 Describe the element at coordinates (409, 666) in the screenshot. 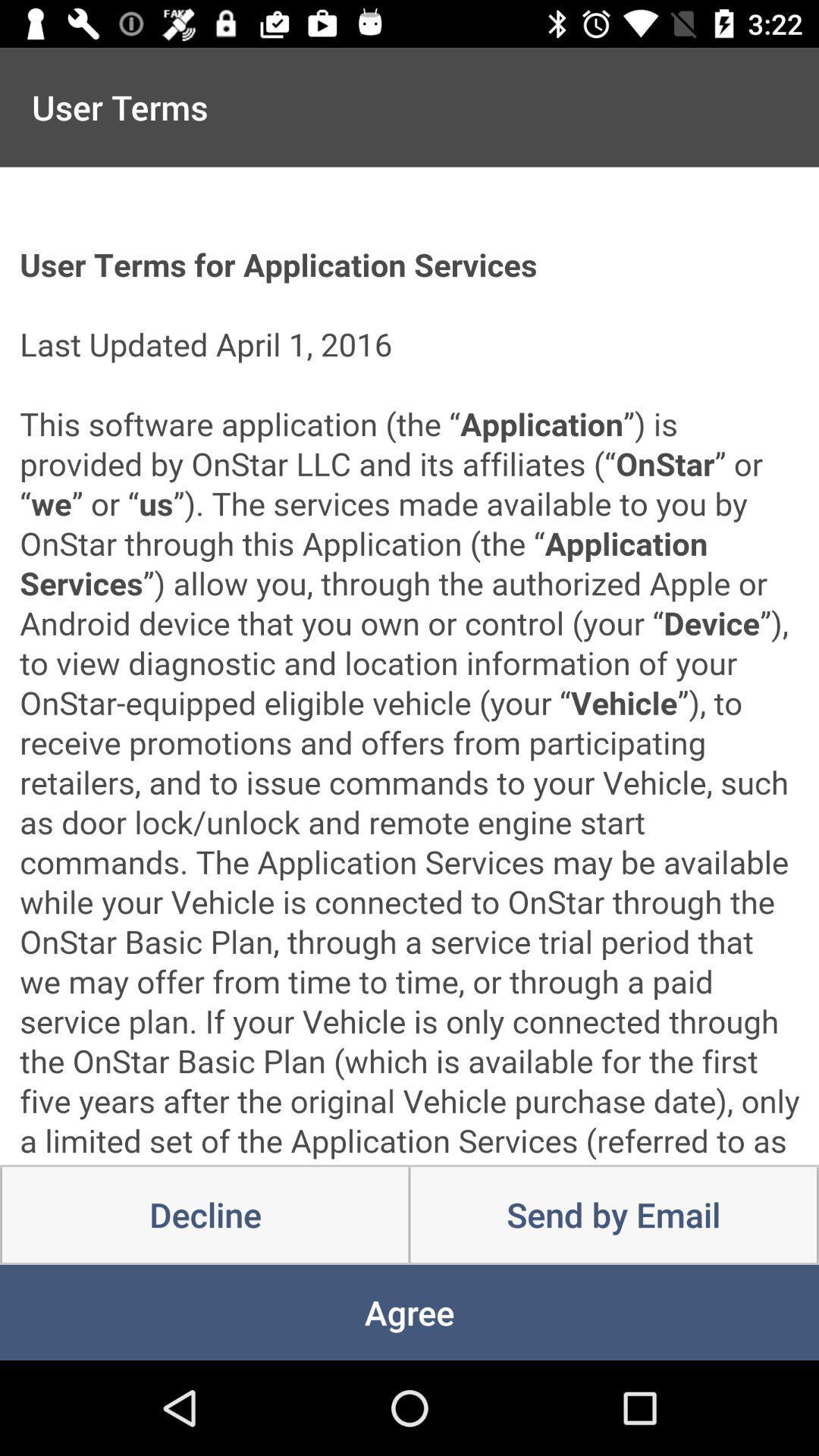

I see `item at the center` at that location.